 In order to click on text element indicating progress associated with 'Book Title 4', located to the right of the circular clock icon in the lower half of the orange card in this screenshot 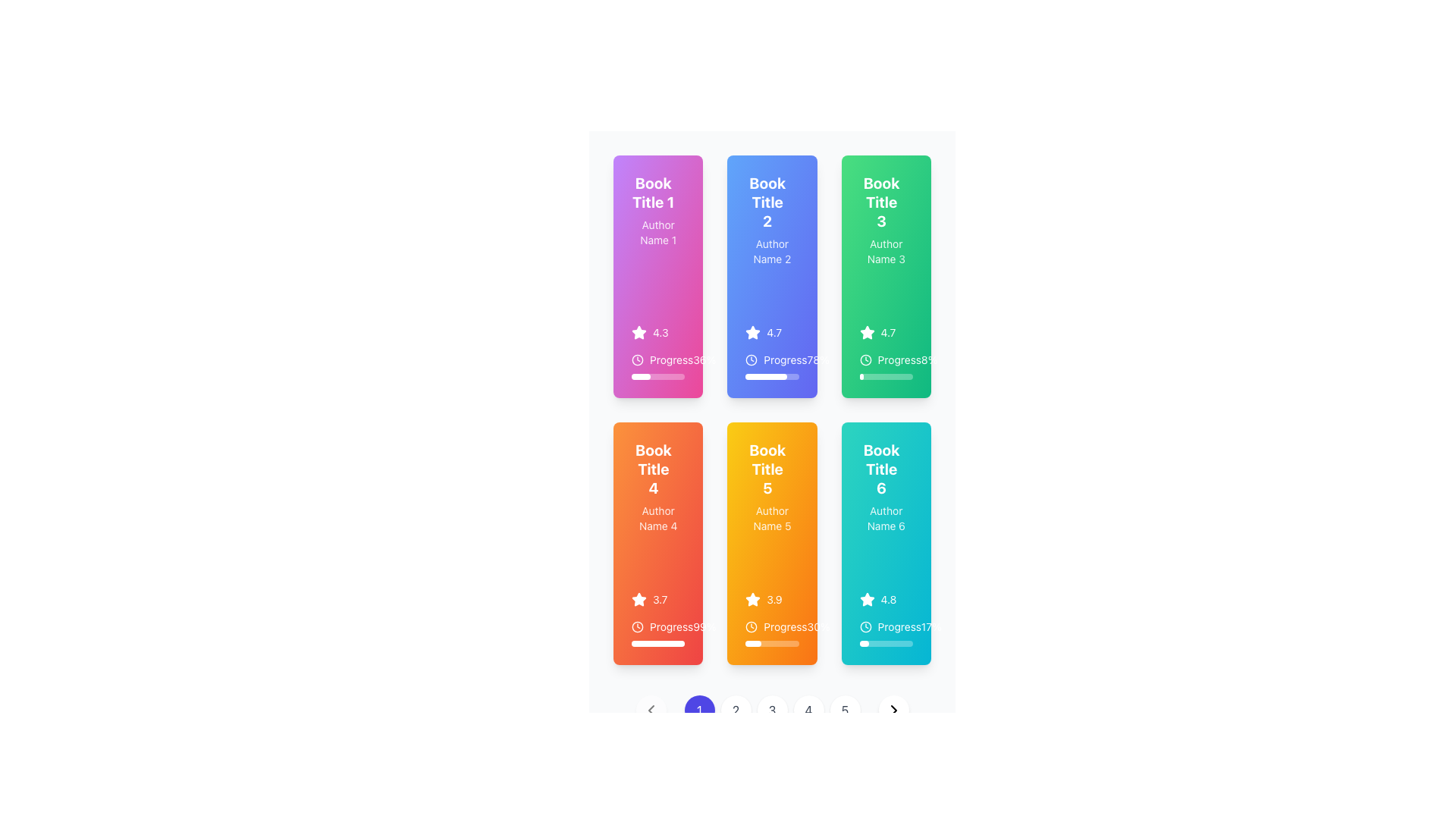, I will do `click(670, 626)`.